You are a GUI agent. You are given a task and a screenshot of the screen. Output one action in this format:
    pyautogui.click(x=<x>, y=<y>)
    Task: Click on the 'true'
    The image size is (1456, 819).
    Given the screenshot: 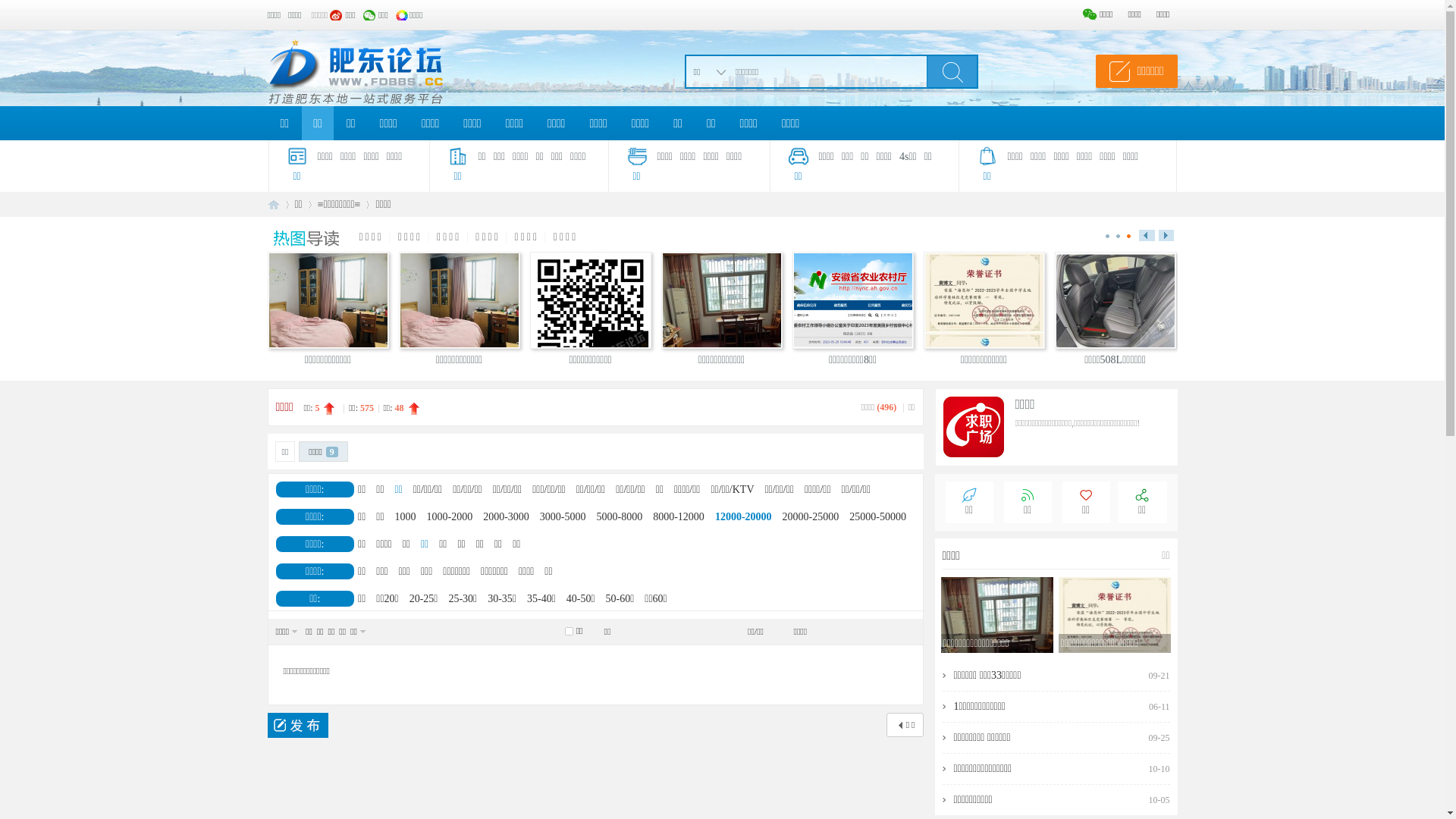 What is the action you would take?
    pyautogui.click(x=926, y=71)
    